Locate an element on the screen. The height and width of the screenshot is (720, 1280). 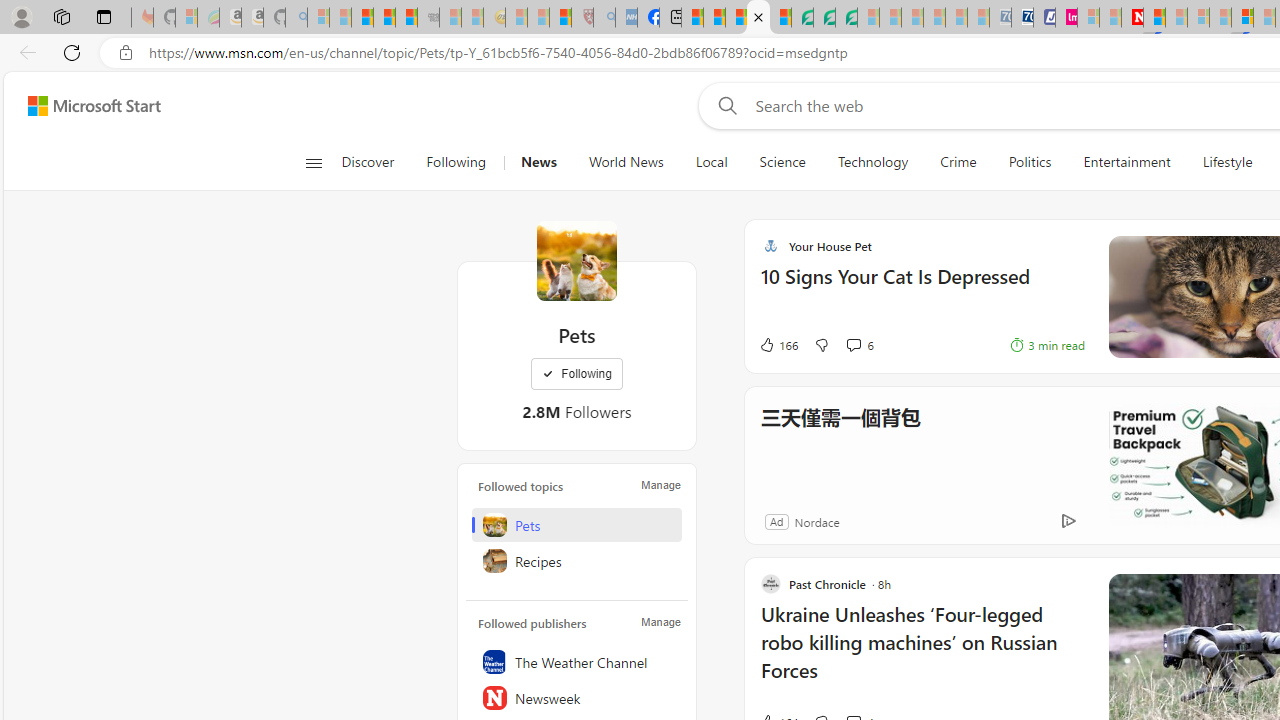
'Pets' is located at coordinates (576, 524).